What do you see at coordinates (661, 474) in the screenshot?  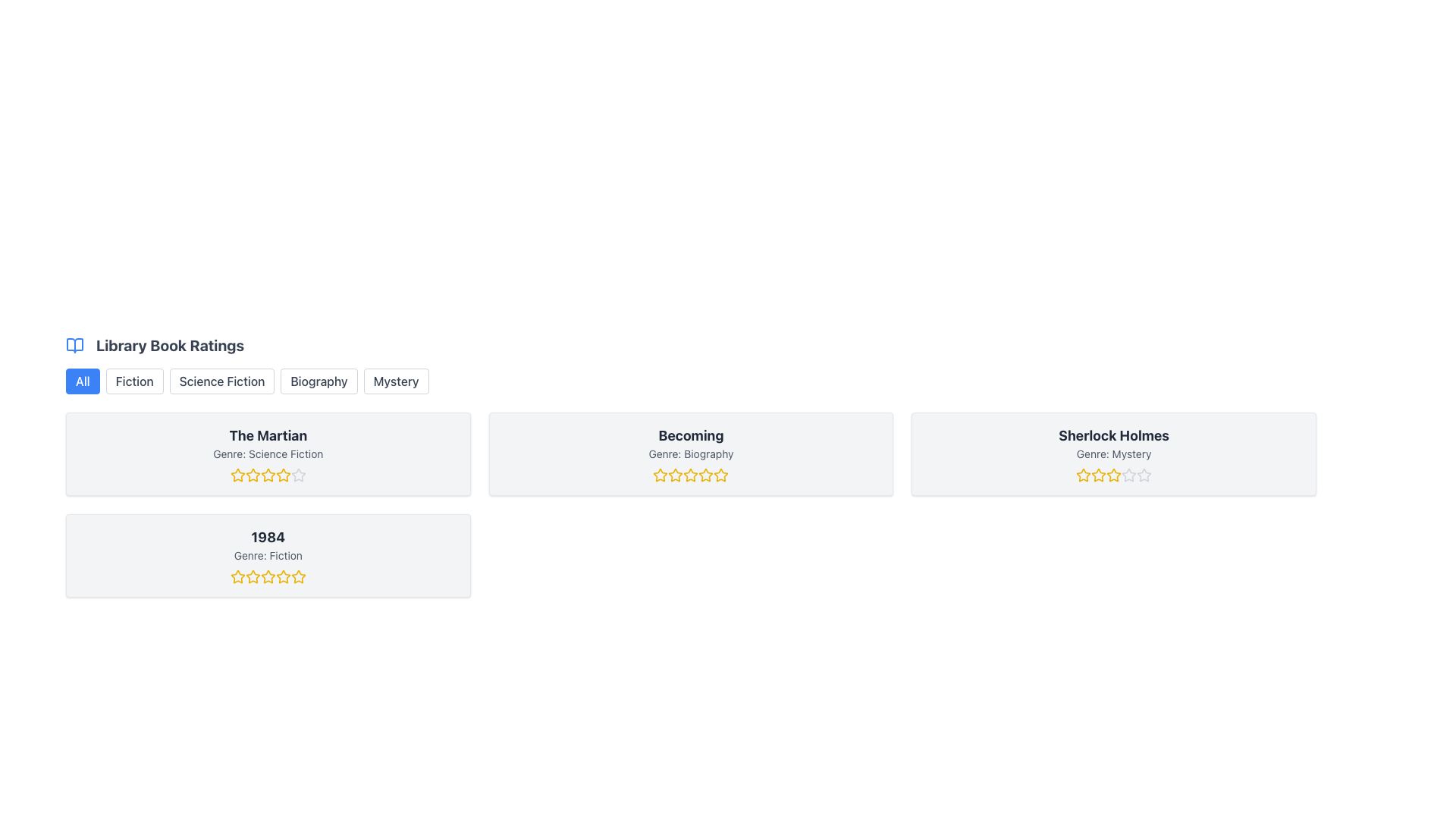 I see `the second star icon in the rating widget below the book title 'Becoming' to set the corresponding rating` at bounding box center [661, 474].